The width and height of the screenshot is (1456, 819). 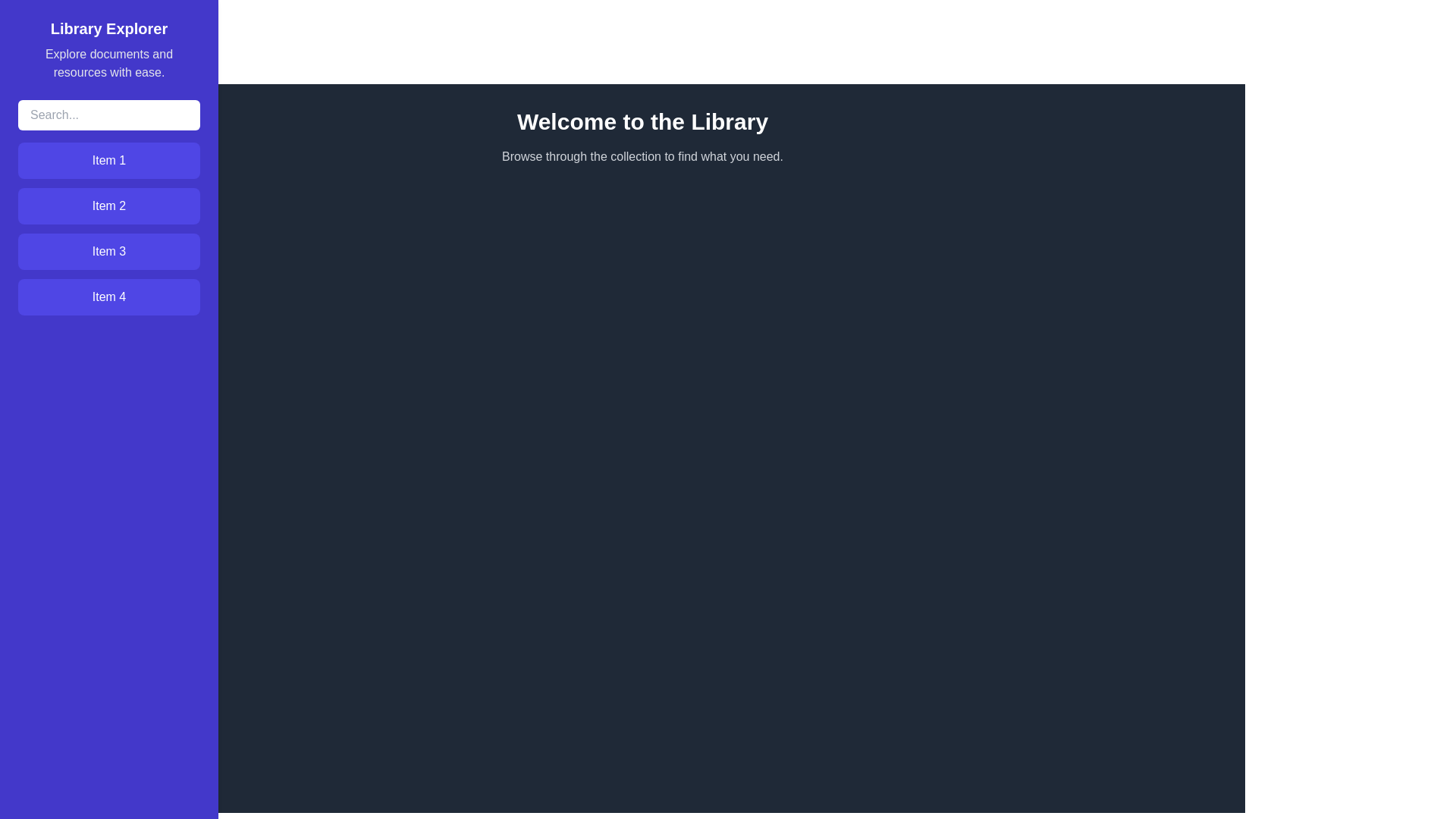 I want to click on the item Item 3 from the drawer menu, so click(x=108, y=250).